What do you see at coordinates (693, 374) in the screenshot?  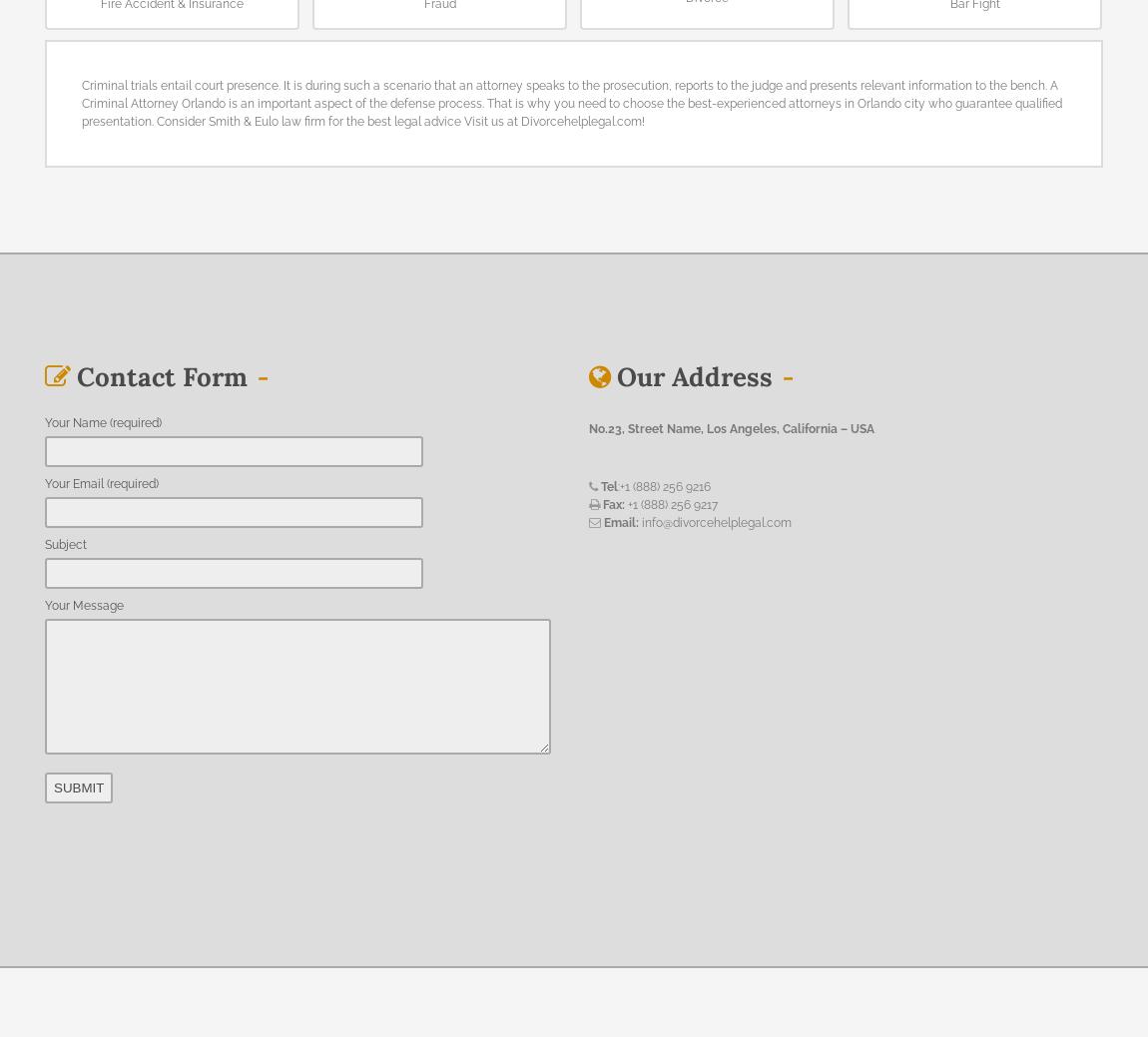 I see `'Our Address'` at bounding box center [693, 374].